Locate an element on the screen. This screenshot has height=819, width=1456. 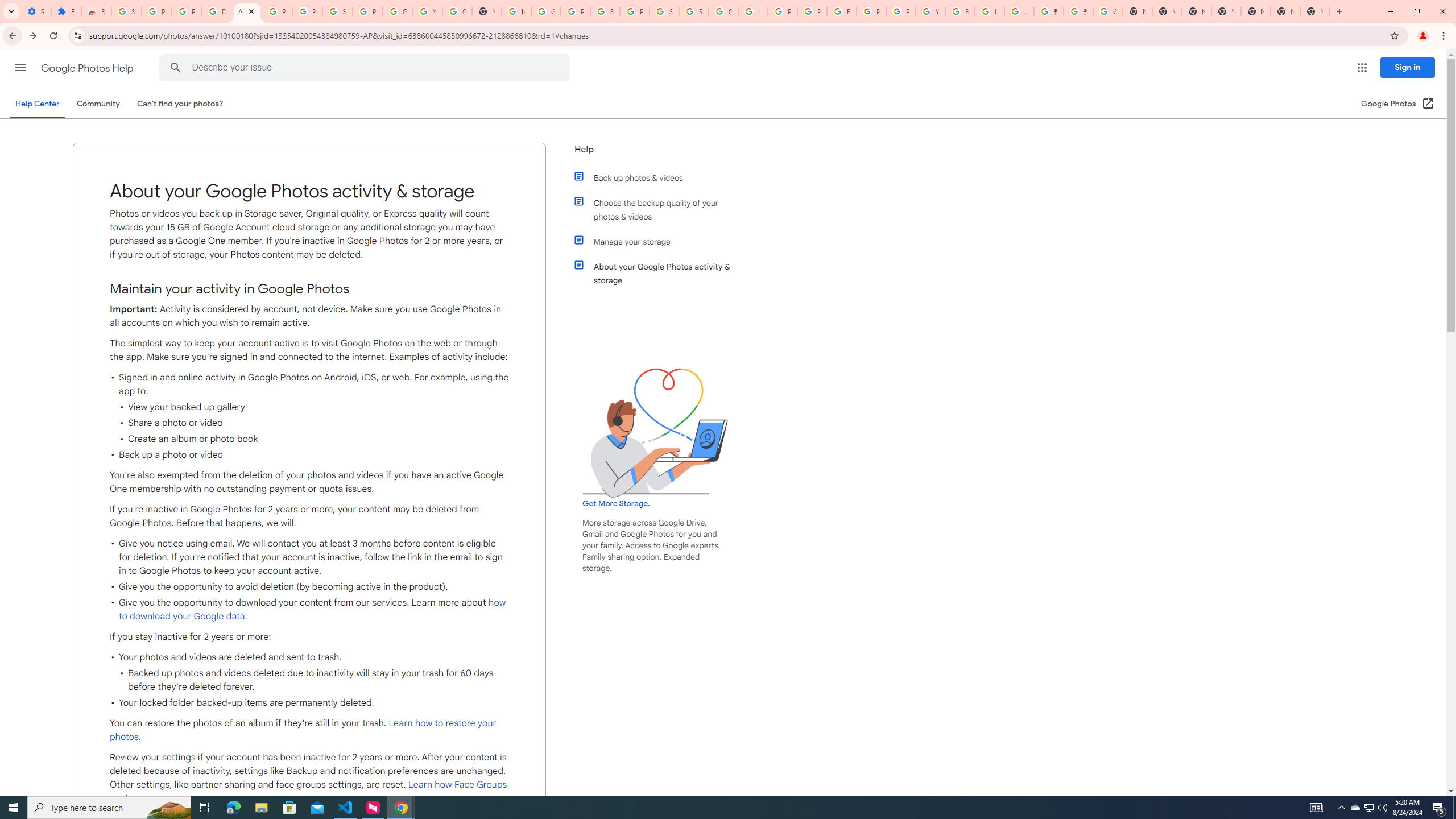
'Learn how to restore your photos' is located at coordinates (302, 729).